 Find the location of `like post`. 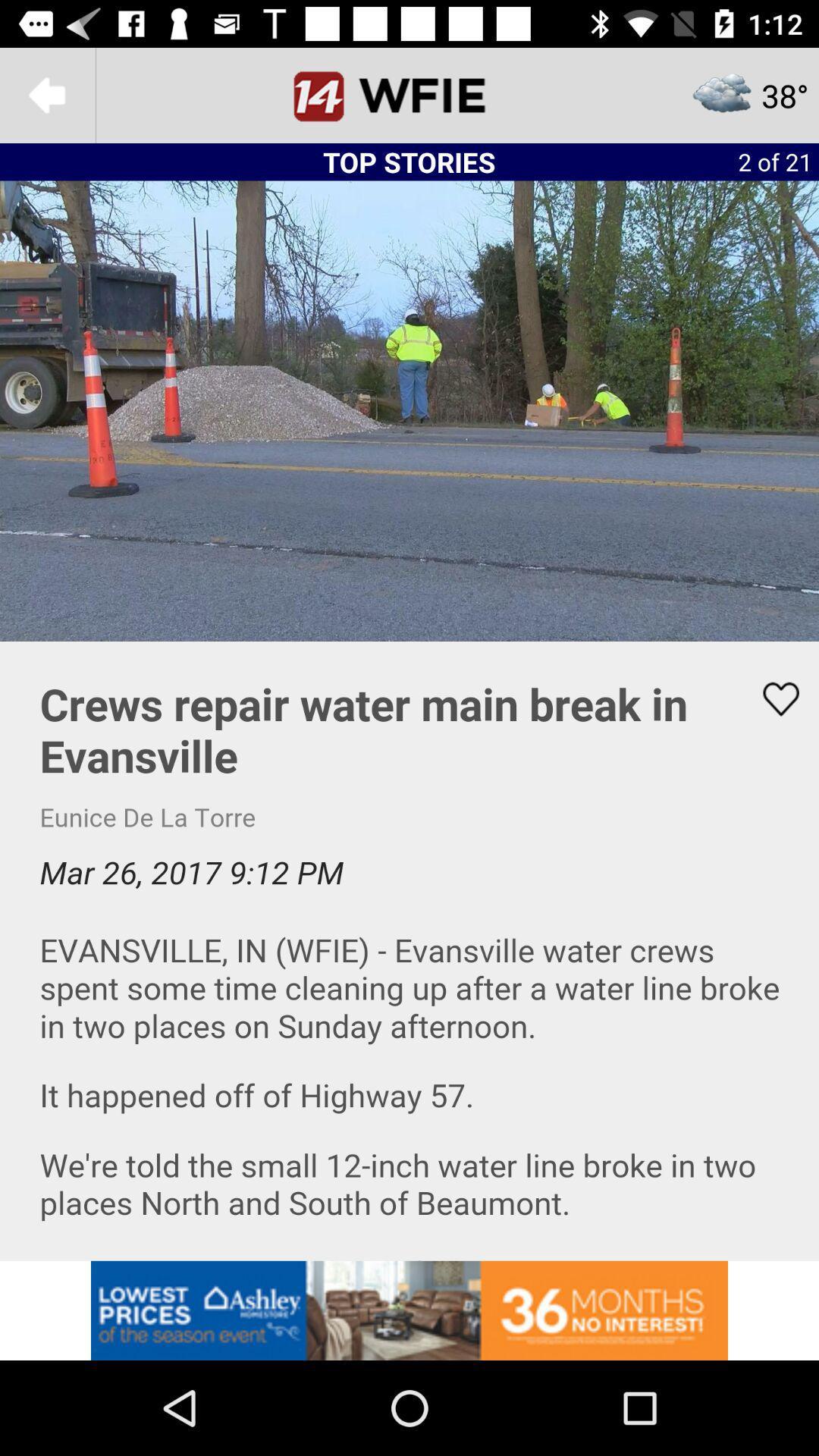

like post is located at coordinates (771, 698).